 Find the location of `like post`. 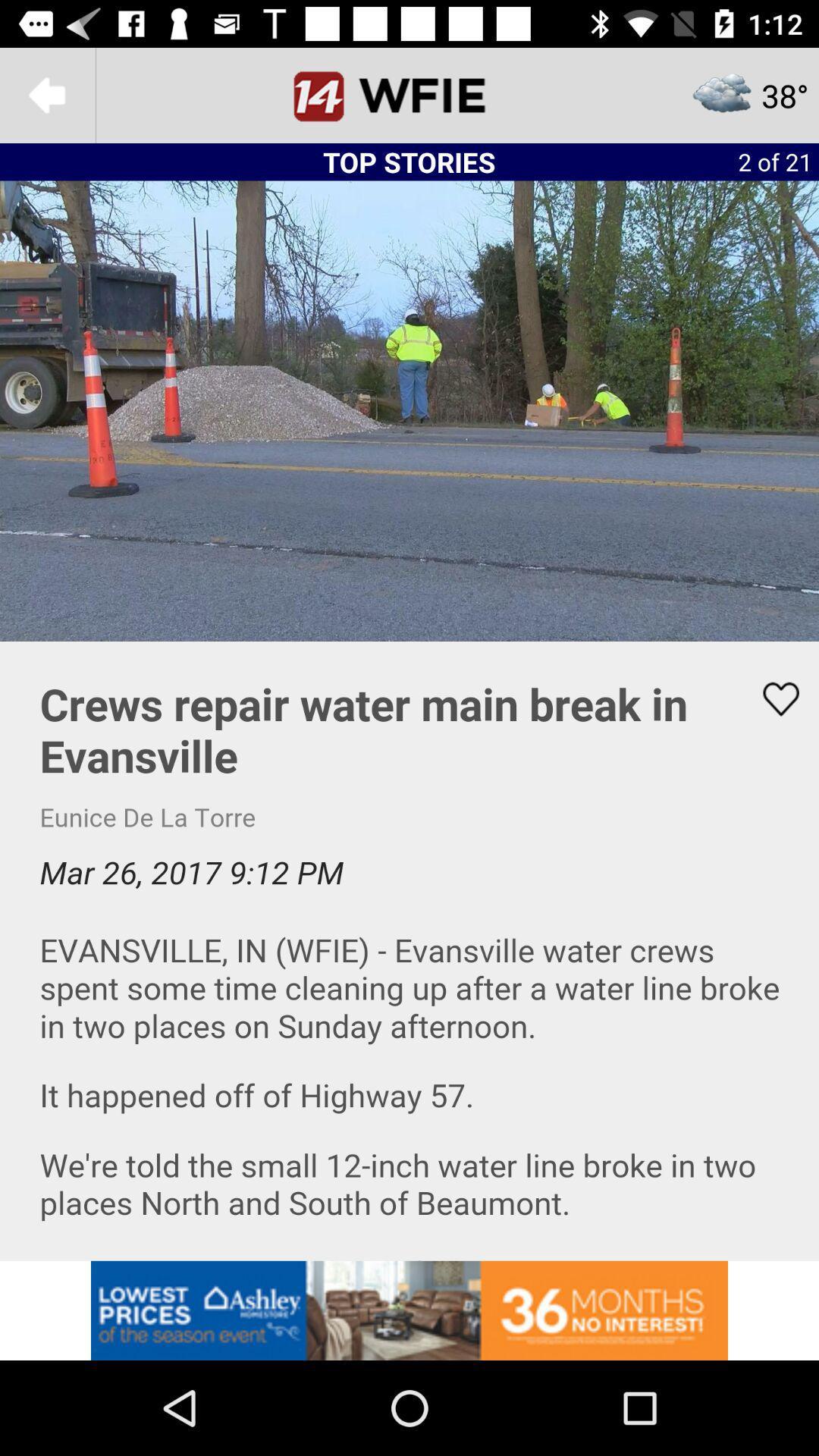

like post is located at coordinates (771, 698).